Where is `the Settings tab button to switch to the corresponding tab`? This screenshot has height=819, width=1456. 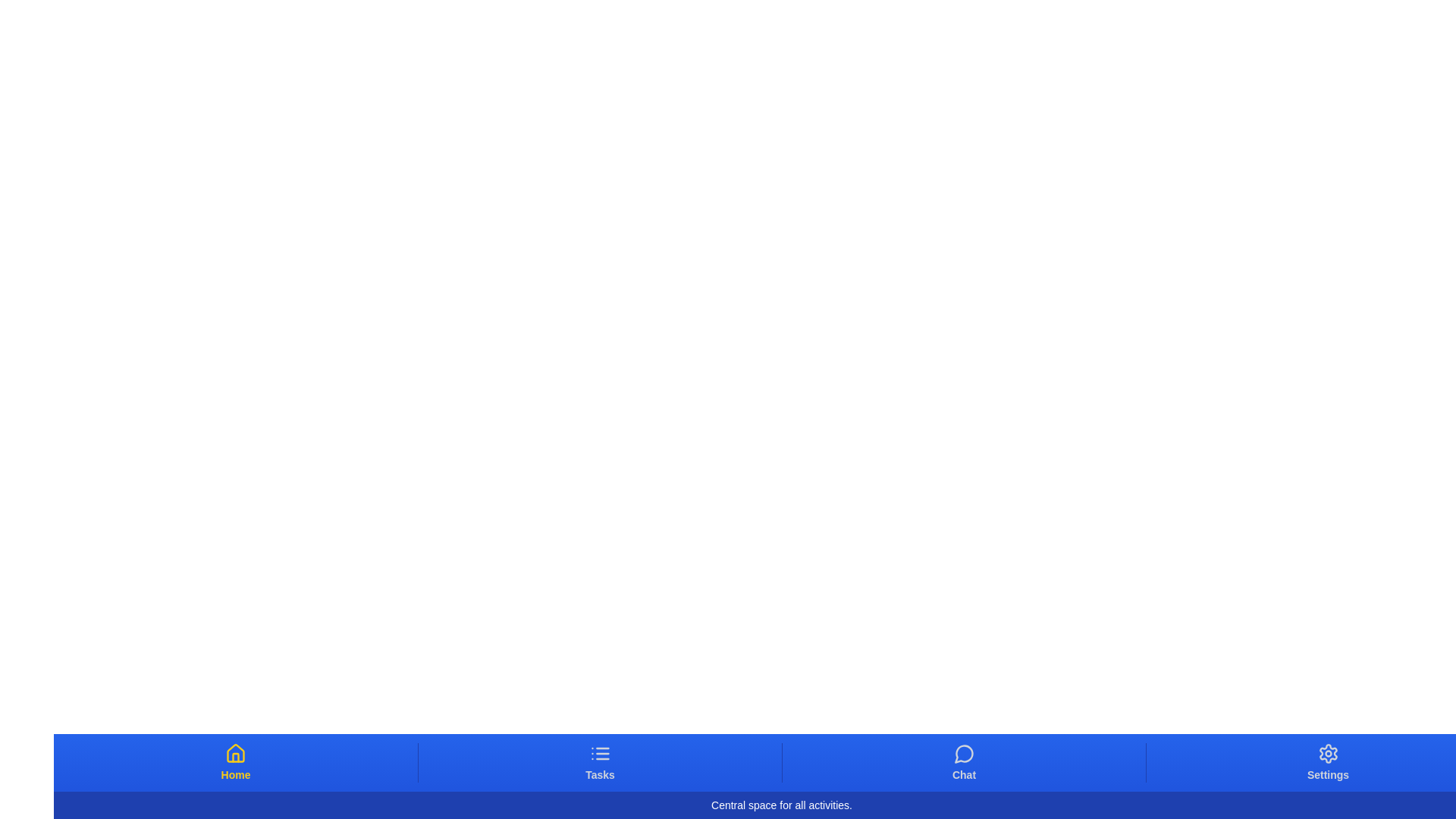 the Settings tab button to switch to the corresponding tab is located at coordinates (1327, 763).